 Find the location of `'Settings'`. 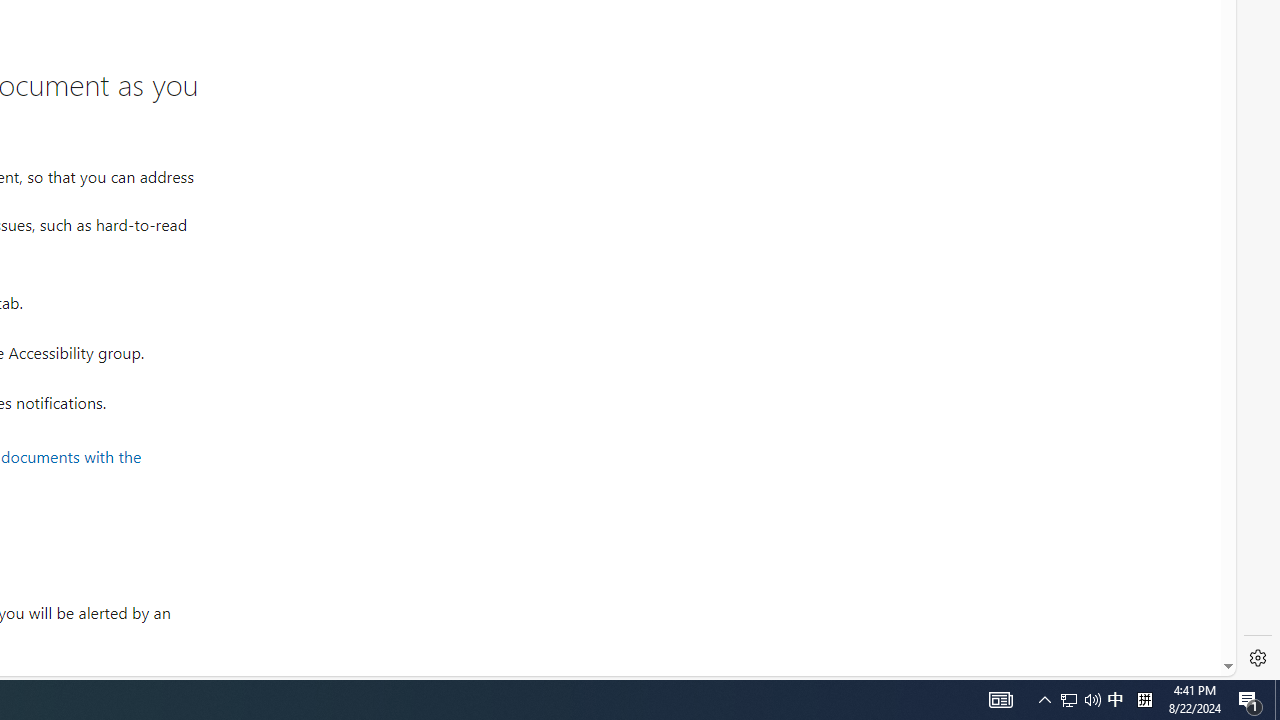

'Settings' is located at coordinates (1257, 658).